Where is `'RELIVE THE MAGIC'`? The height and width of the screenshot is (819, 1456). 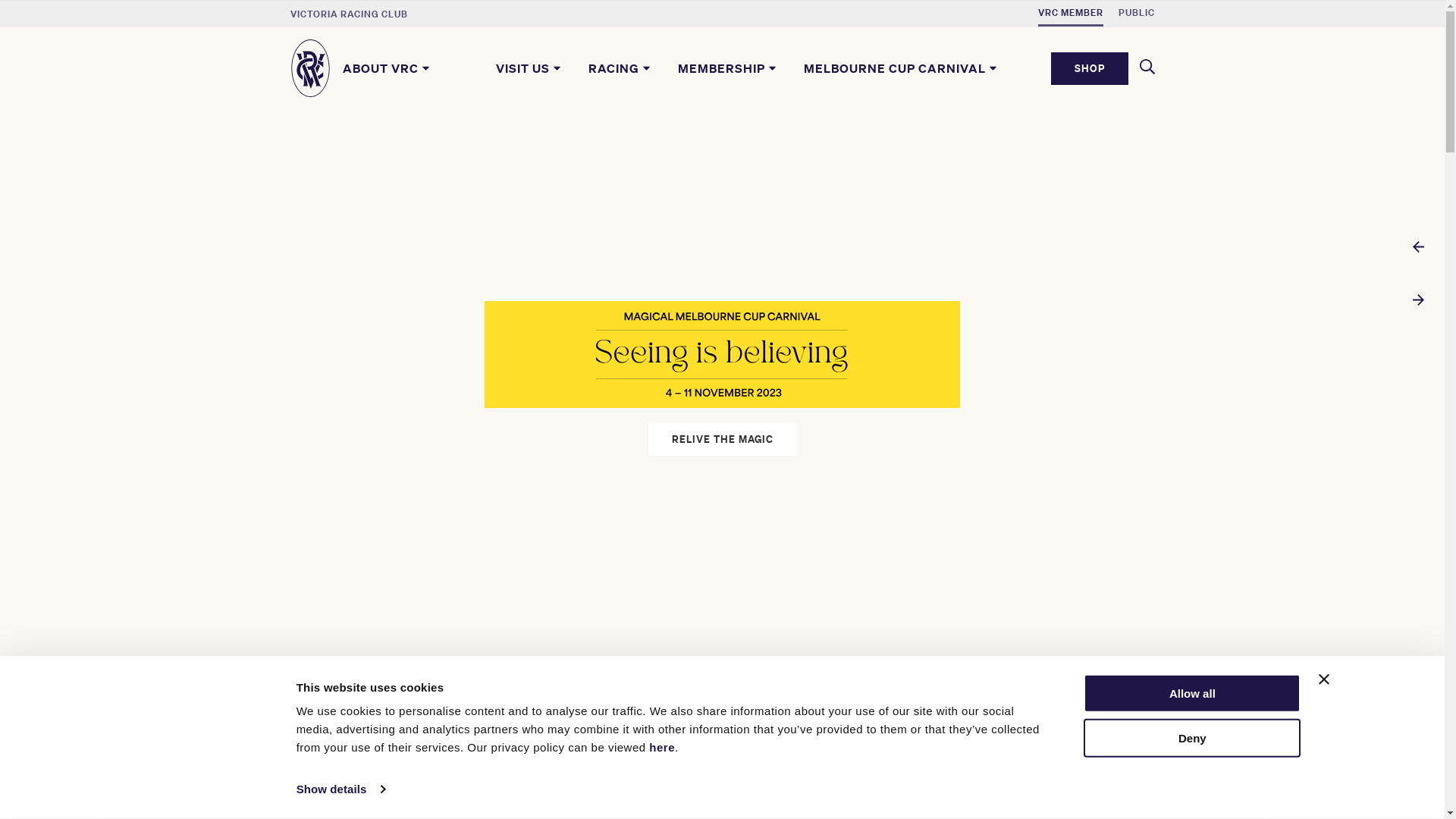
'RELIVE THE MAGIC' is located at coordinates (720, 439).